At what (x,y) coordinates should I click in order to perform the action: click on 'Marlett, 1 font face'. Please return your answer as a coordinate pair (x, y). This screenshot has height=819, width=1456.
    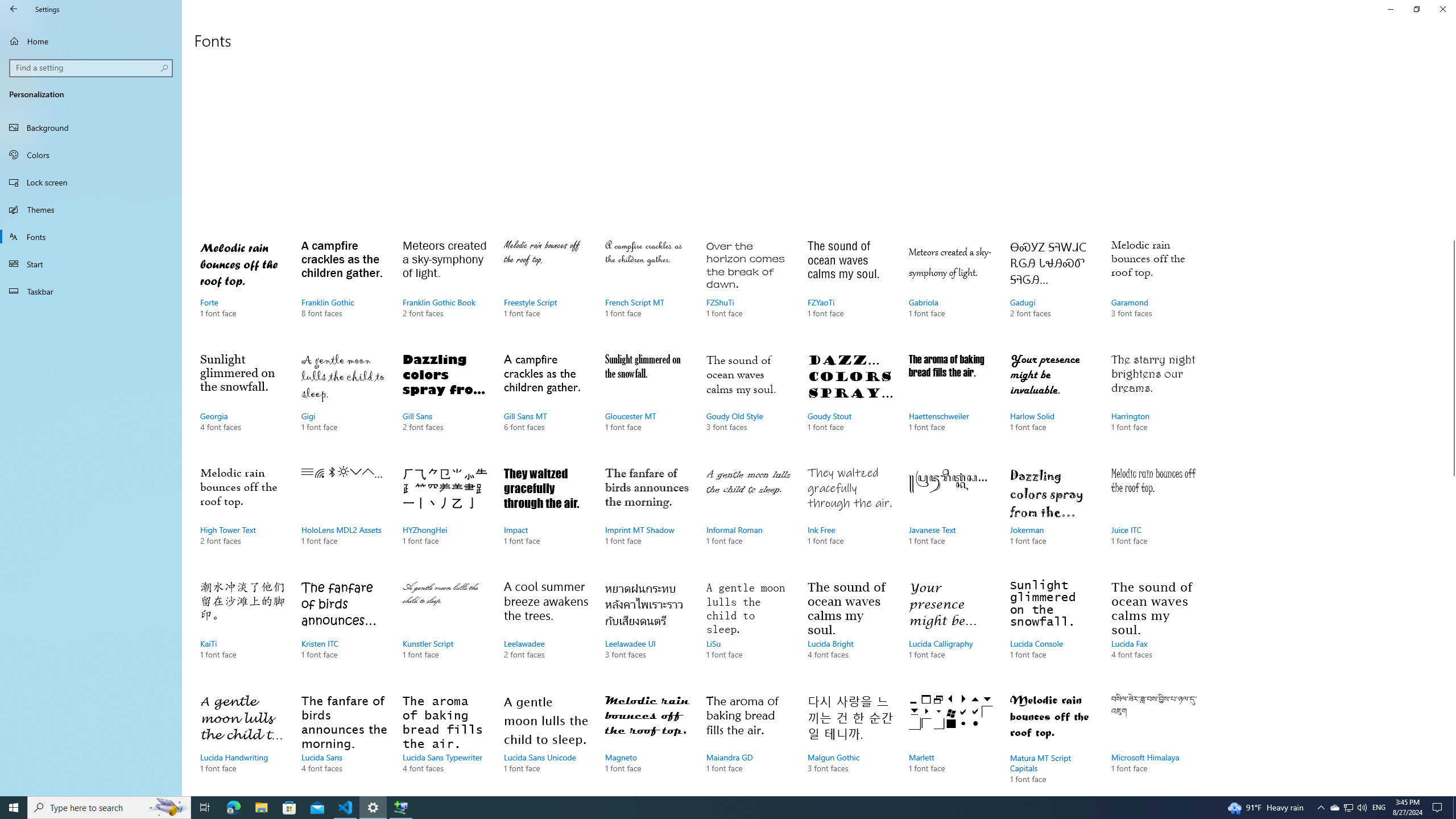
    Looking at the image, I should click on (950, 741).